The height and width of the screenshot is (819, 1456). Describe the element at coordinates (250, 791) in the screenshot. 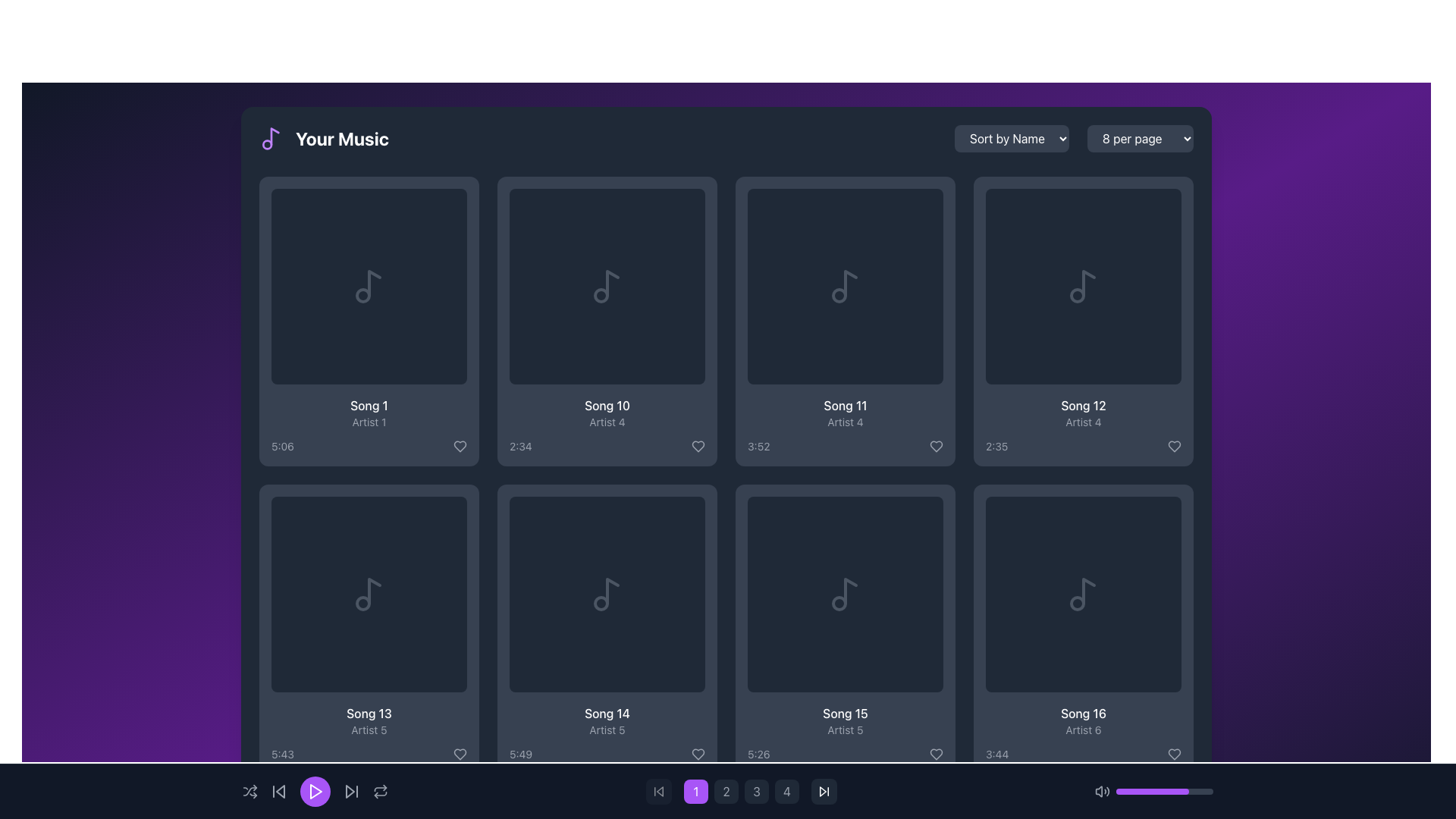

I see `the shuffle control button, which is styled with a gray color that transitions to white when hovered over, located in the bottom-left corner of the playback control bar` at that location.